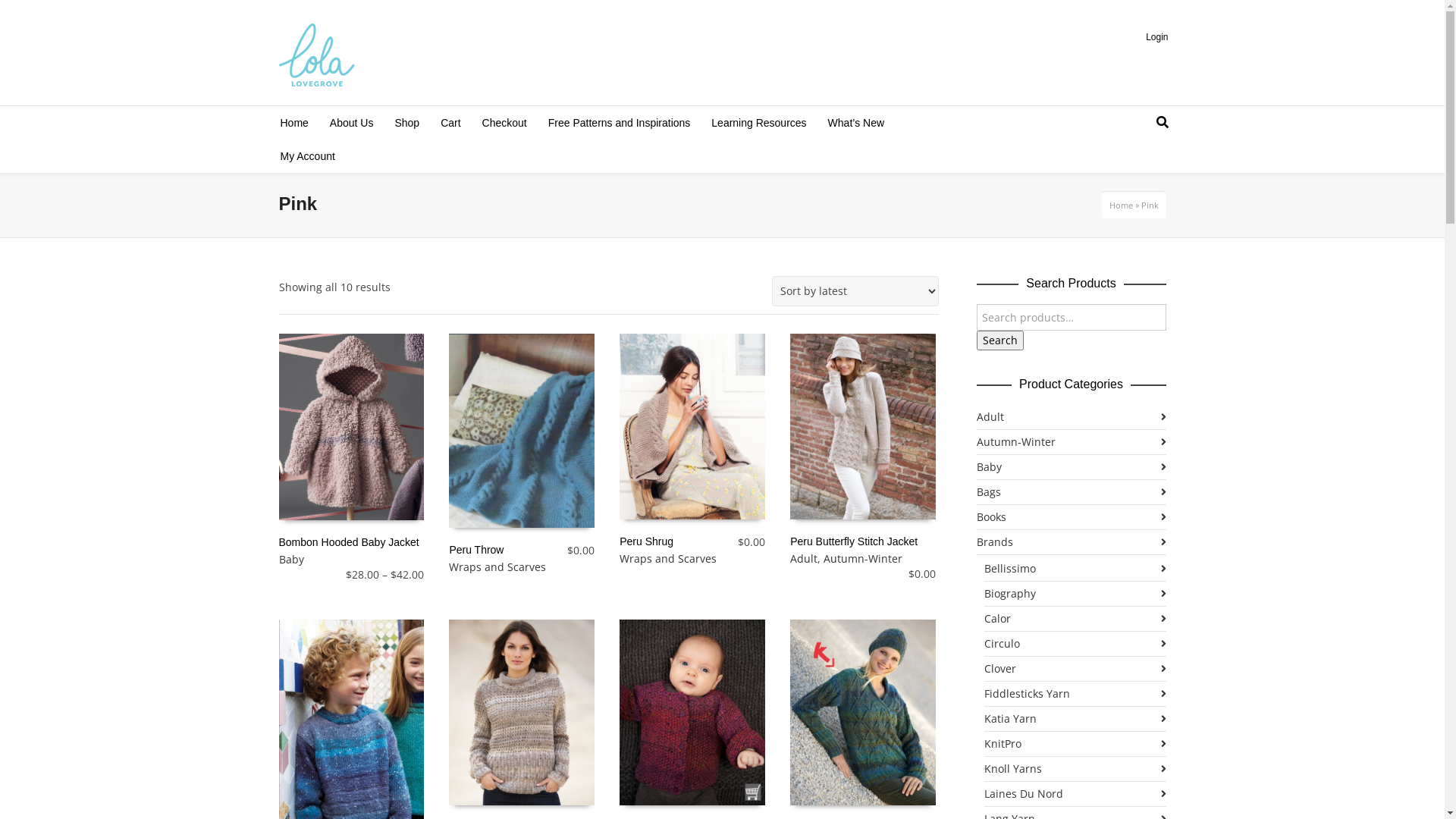 The height and width of the screenshot is (819, 1456). Describe the element at coordinates (1074, 792) in the screenshot. I see `'Laines Du Nord'` at that location.